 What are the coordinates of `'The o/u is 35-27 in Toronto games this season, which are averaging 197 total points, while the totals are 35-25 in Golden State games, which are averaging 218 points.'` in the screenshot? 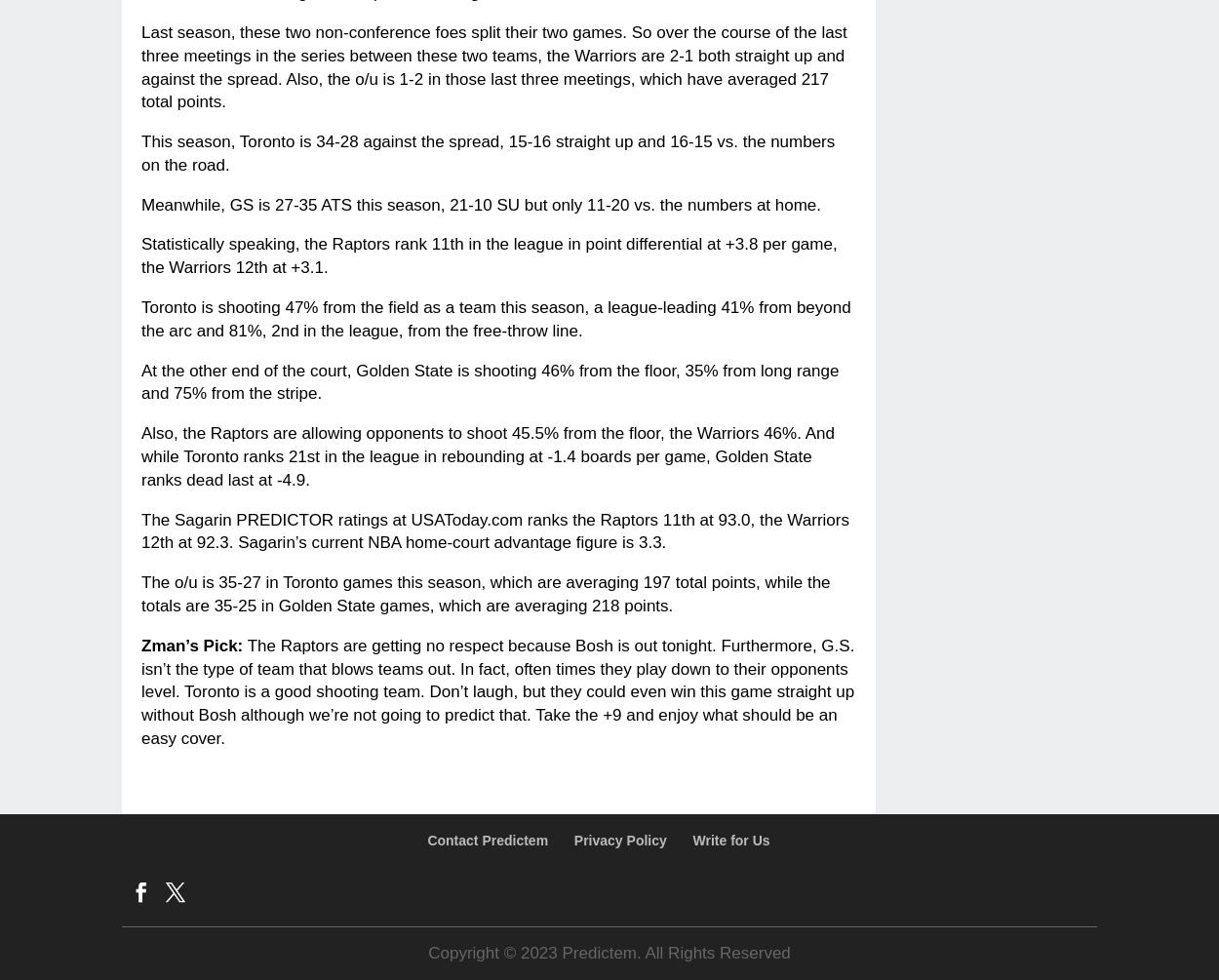 It's located at (141, 593).